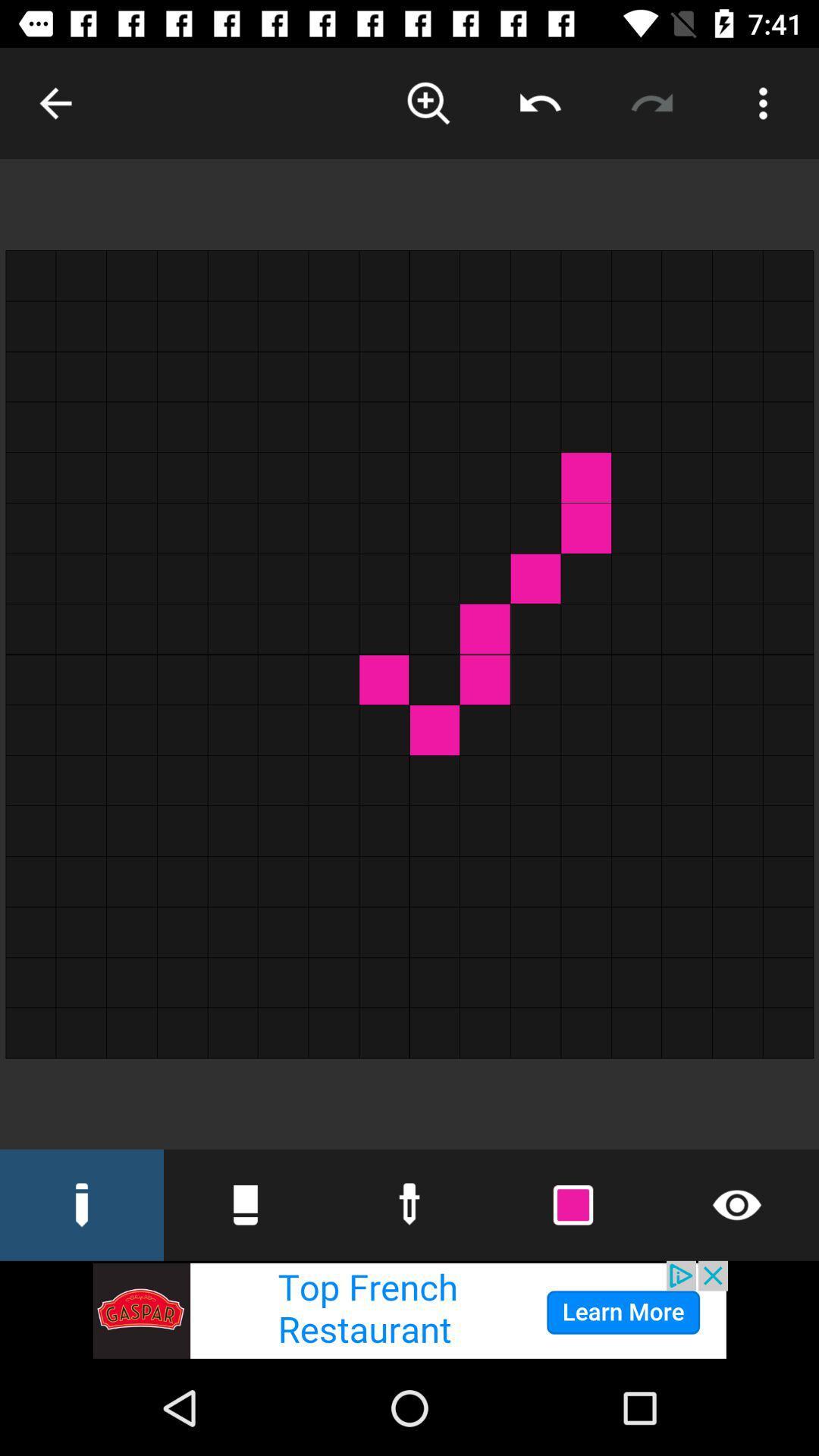  I want to click on rotate forward, so click(651, 102).